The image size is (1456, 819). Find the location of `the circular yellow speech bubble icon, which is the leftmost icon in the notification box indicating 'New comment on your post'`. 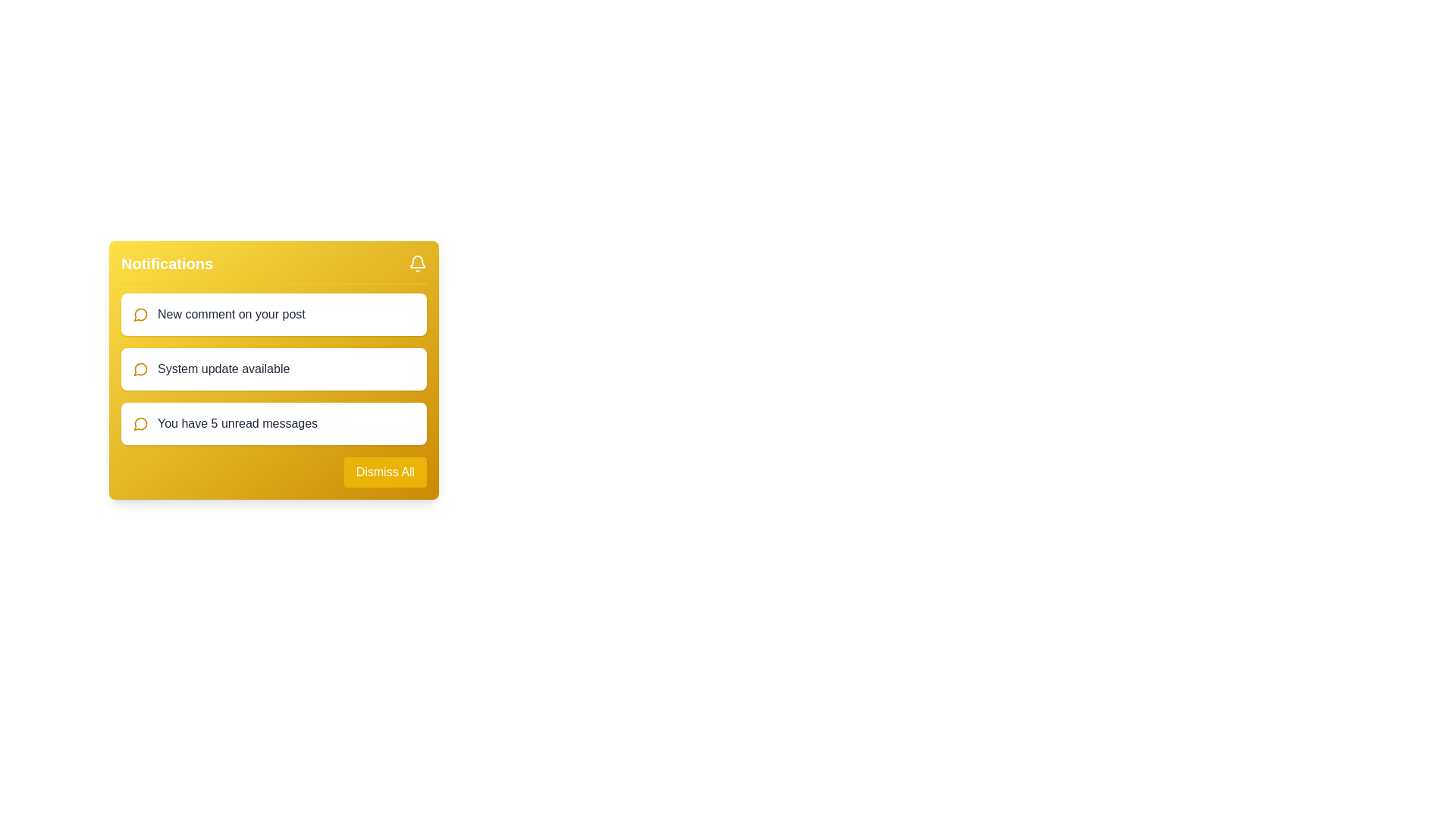

the circular yellow speech bubble icon, which is the leftmost icon in the notification box indicating 'New comment on your post' is located at coordinates (141, 314).